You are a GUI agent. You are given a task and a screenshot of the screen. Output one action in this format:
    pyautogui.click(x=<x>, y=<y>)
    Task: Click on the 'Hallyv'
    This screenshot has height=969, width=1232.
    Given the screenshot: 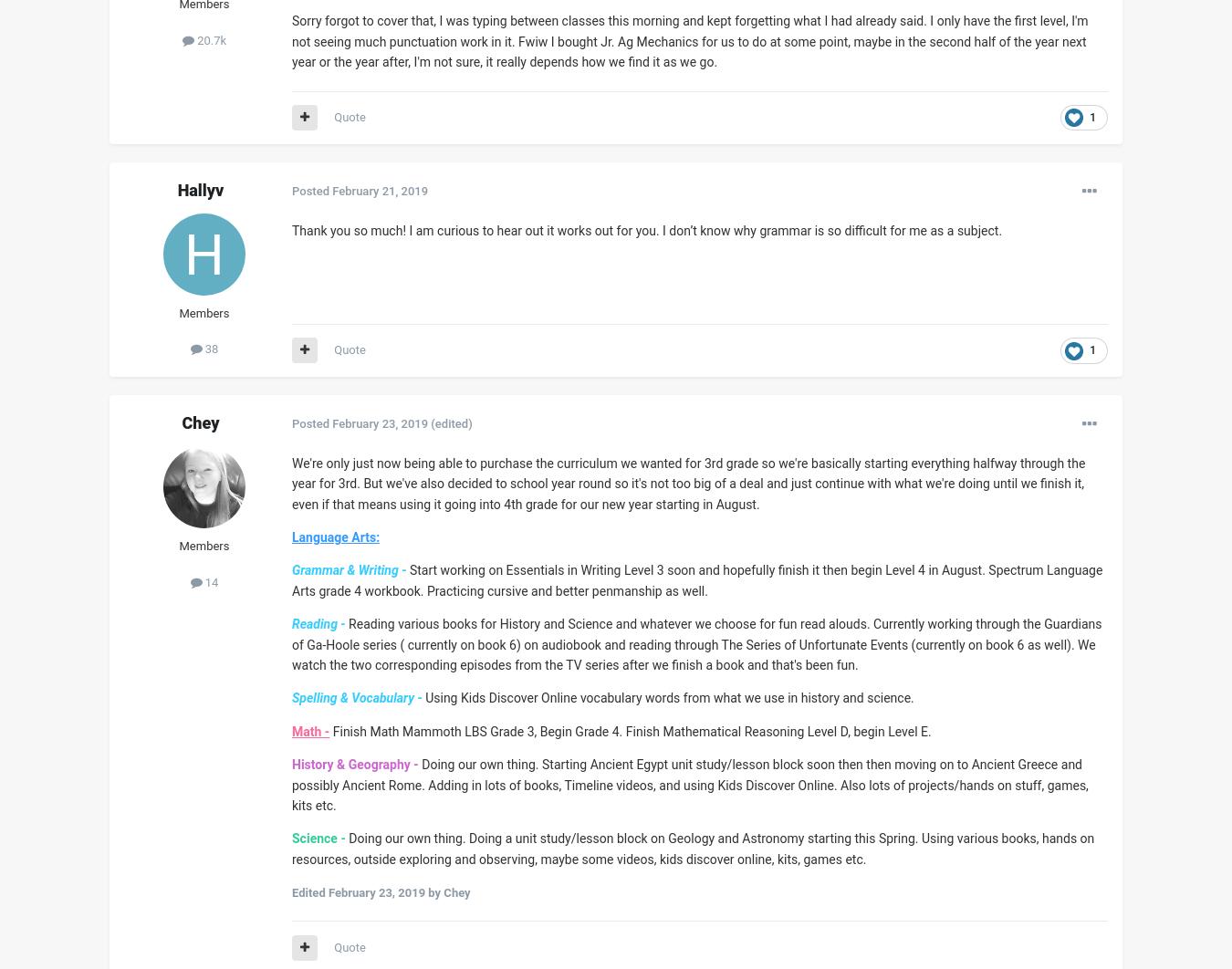 What is the action you would take?
    pyautogui.click(x=176, y=189)
    